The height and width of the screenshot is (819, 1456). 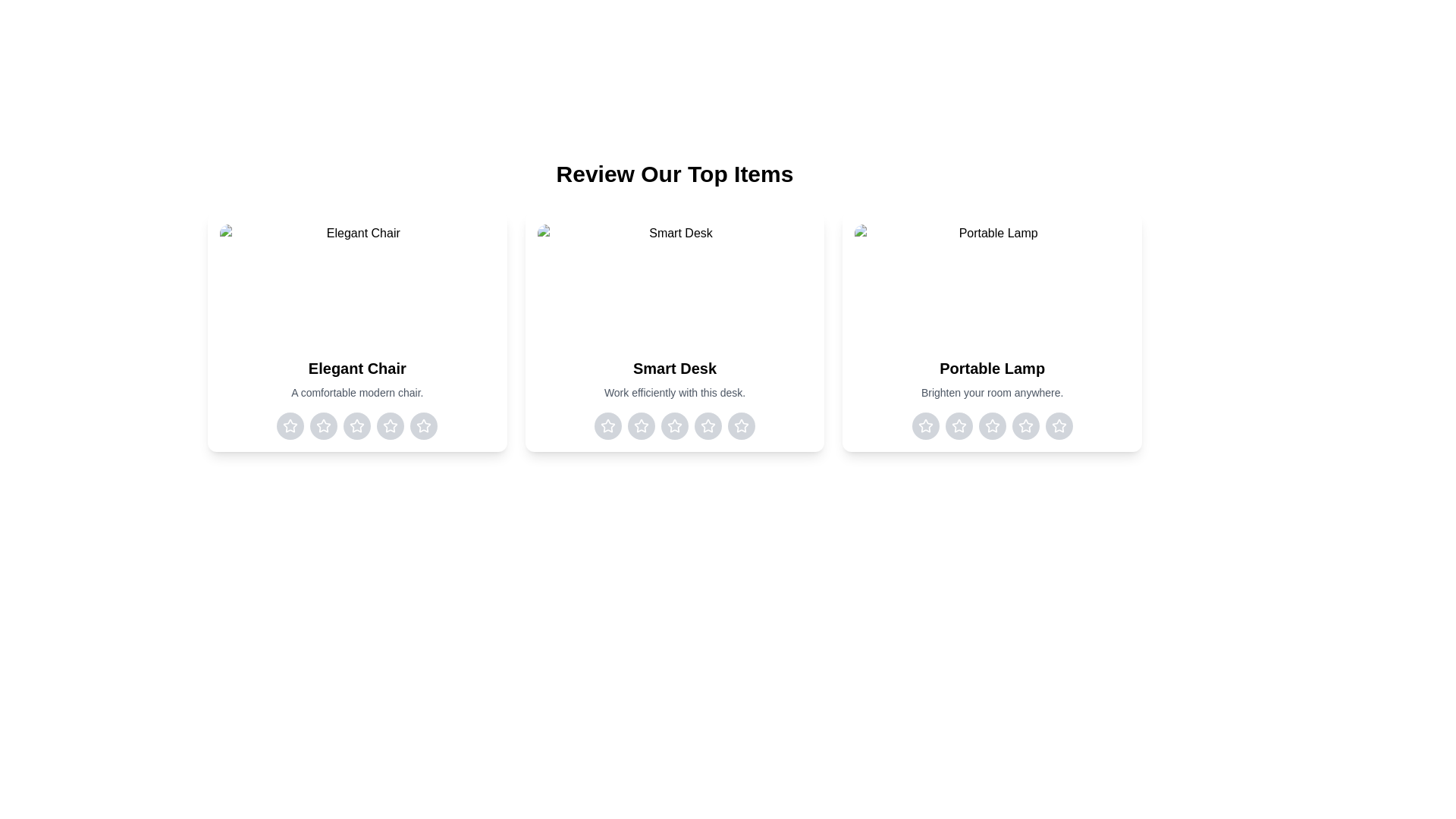 What do you see at coordinates (673, 426) in the screenshot?
I see `the rating for the item 'Smart Desk' to 3 stars` at bounding box center [673, 426].